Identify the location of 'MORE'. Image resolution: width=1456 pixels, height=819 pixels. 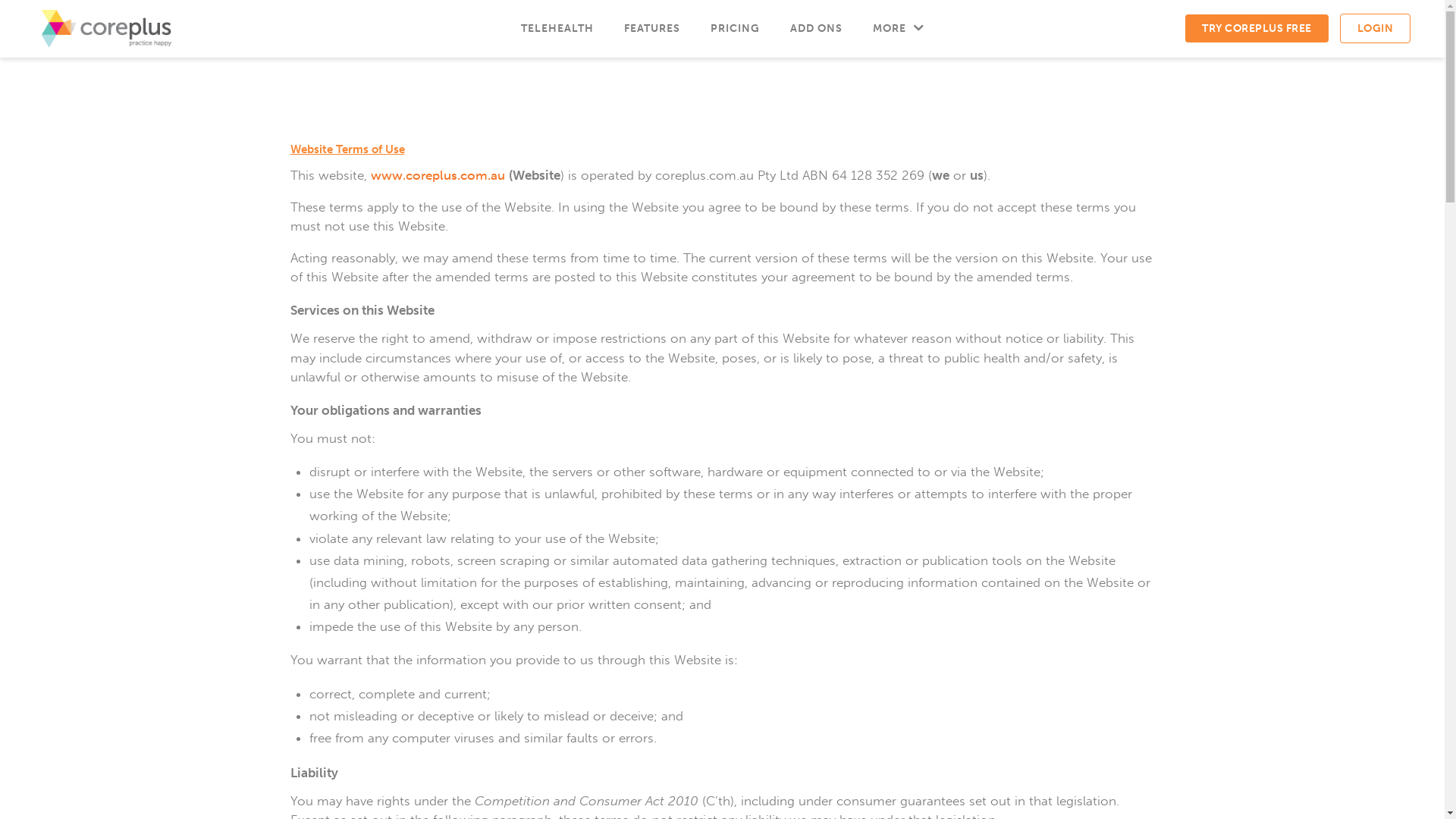
(898, 28).